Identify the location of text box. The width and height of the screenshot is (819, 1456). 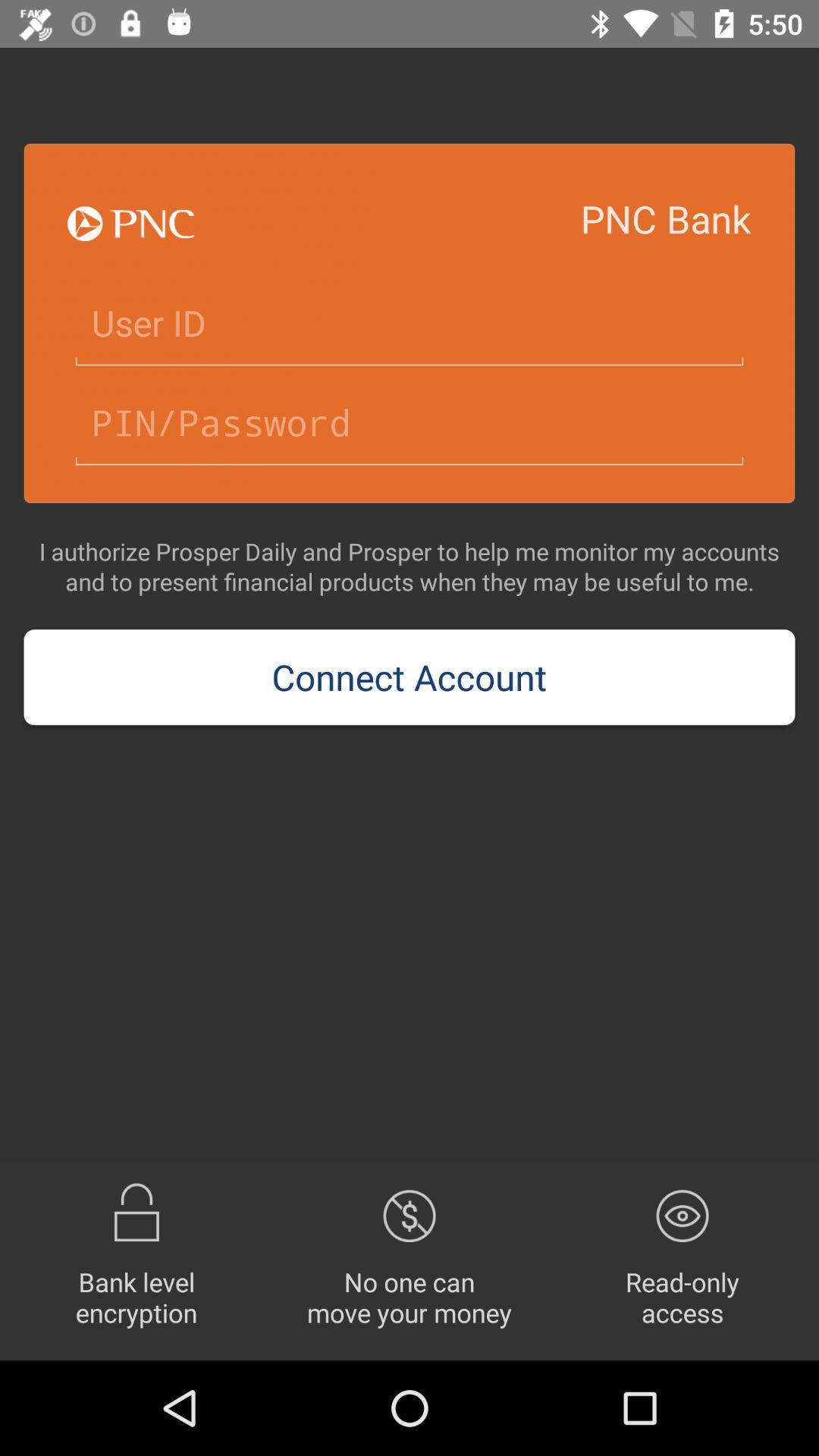
(409, 423).